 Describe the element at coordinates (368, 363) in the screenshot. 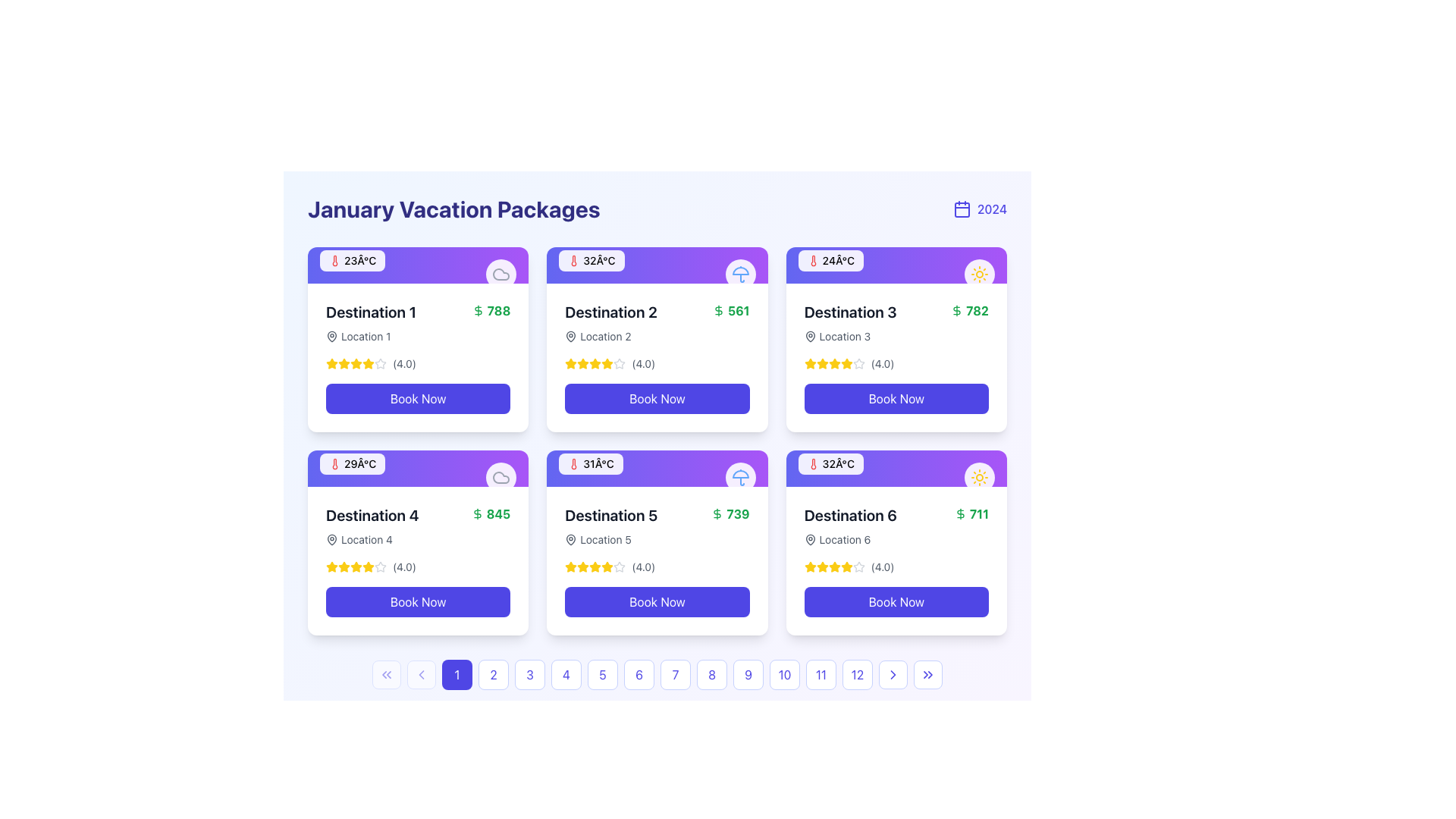

I see `the filled yellow star icon, which is the fifth star in the rating system` at that location.